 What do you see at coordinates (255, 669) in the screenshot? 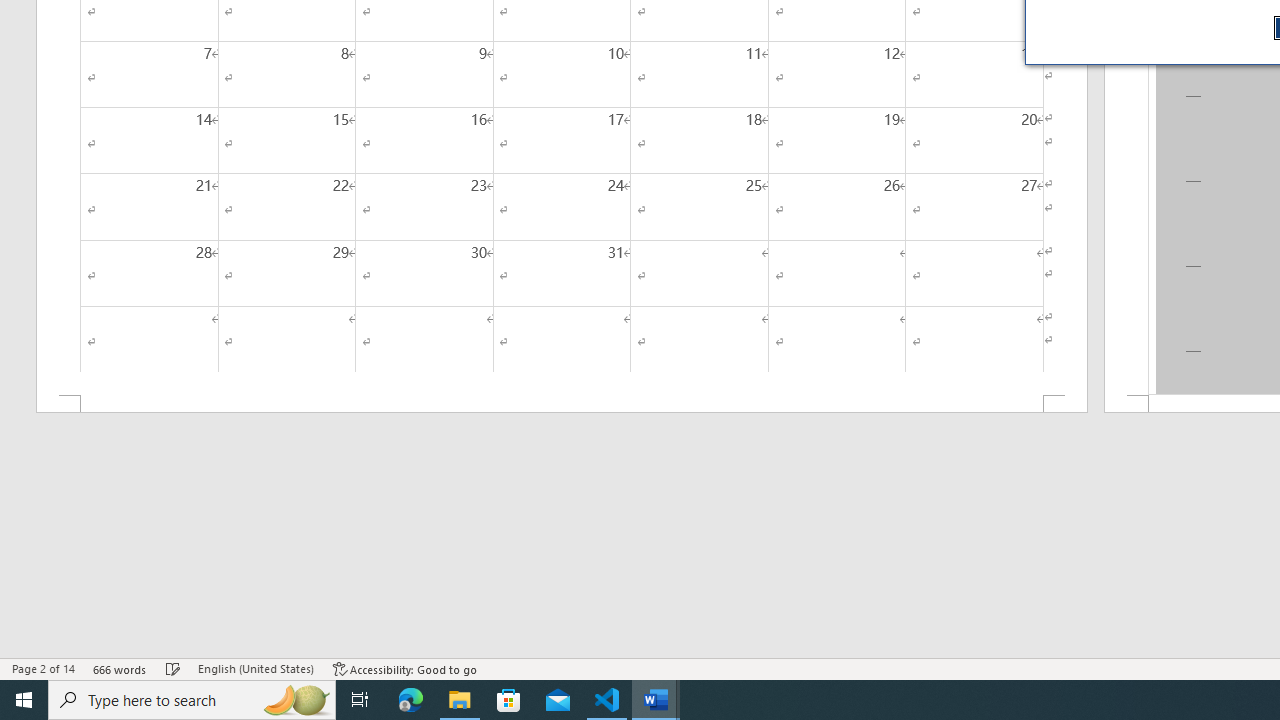
I see `'Language English (United States)'` at bounding box center [255, 669].